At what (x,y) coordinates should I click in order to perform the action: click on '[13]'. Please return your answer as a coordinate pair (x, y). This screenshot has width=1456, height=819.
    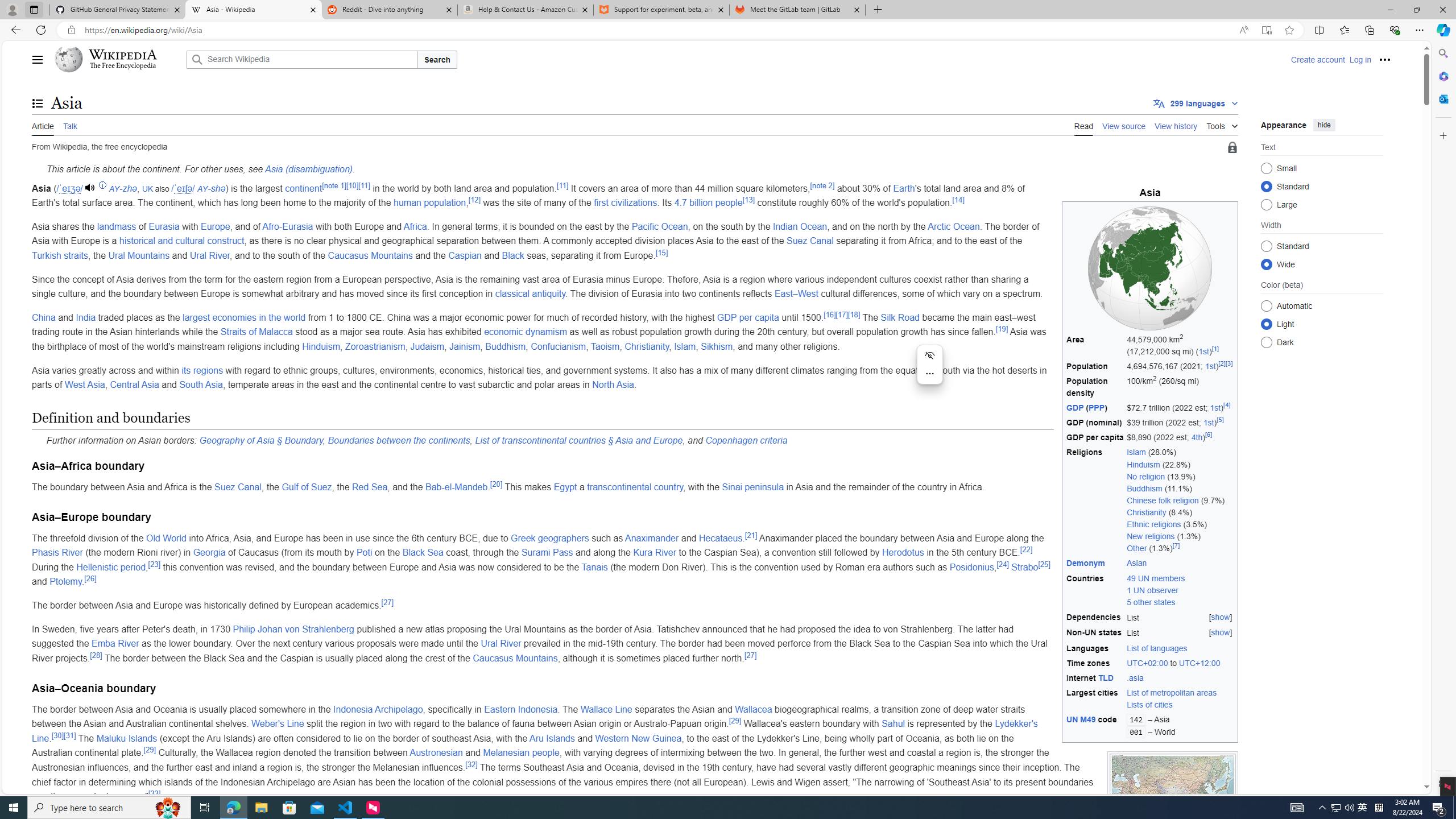
    Looking at the image, I should click on (748, 198).